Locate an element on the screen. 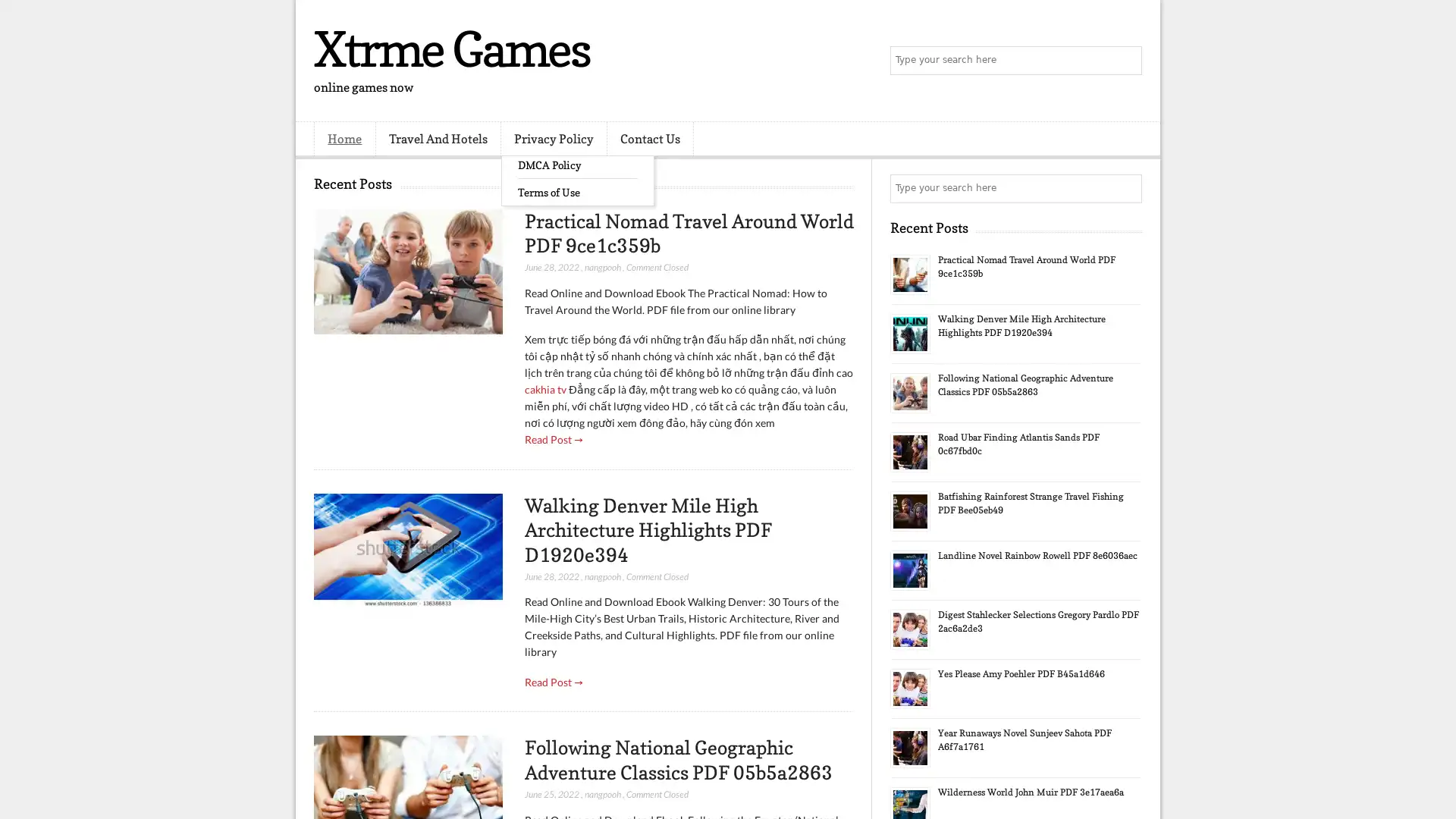  Search is located at coordinates (1126, 61).